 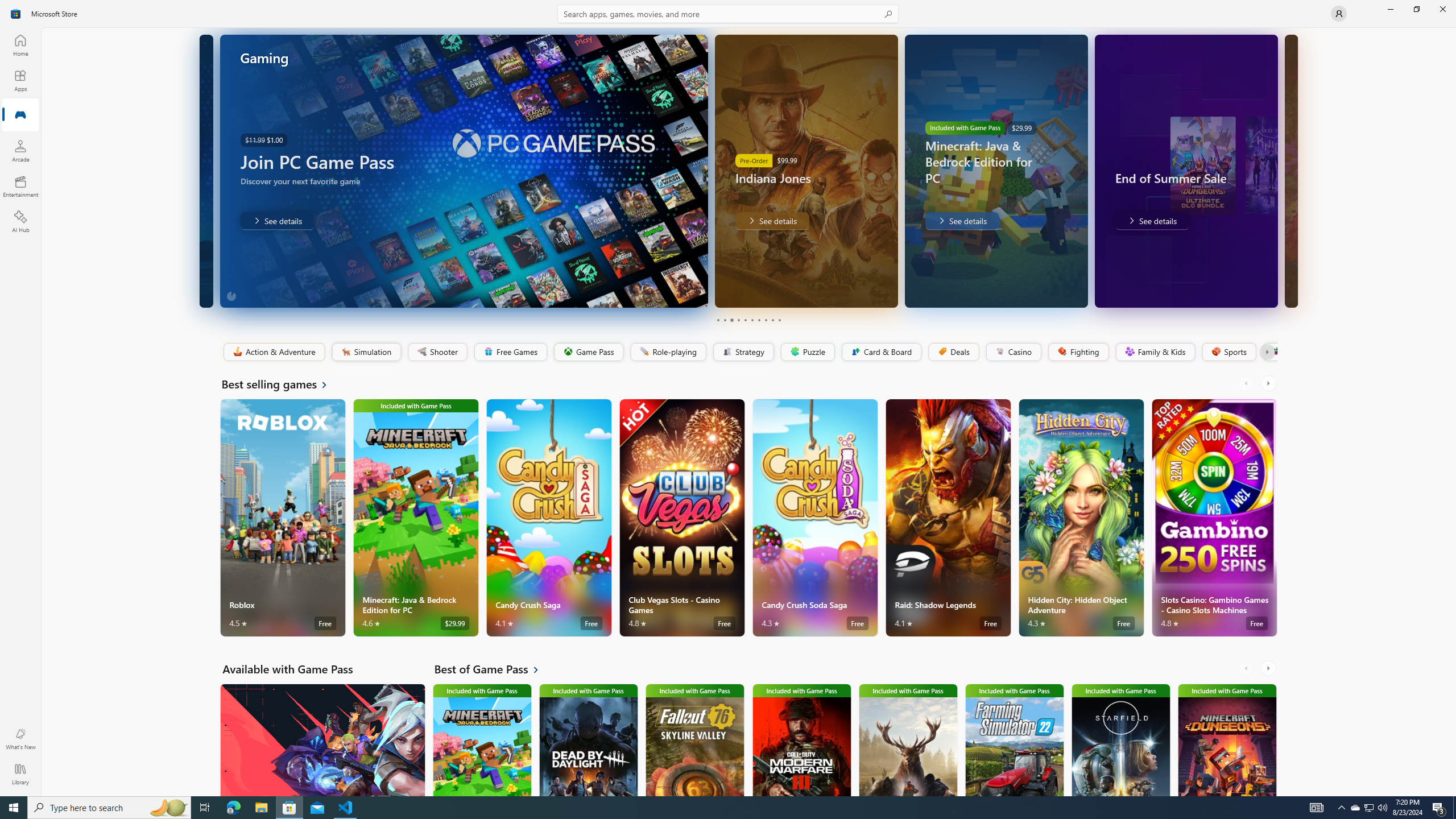 I want to click on 'Class: Button', so click(x=1266, y=351).